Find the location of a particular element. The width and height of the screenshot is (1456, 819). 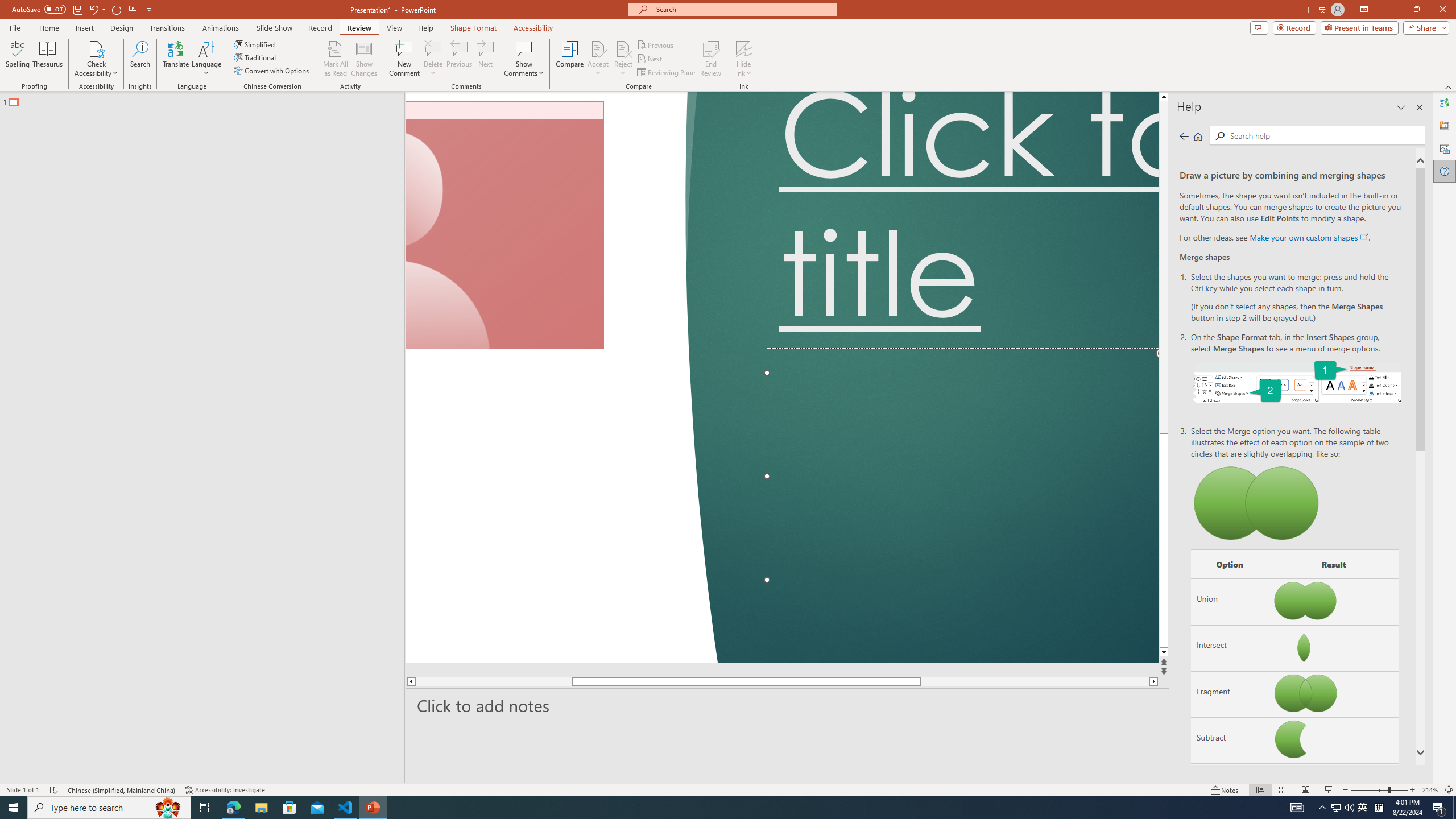

'Fragment' is located at coordinates (1228, 693).